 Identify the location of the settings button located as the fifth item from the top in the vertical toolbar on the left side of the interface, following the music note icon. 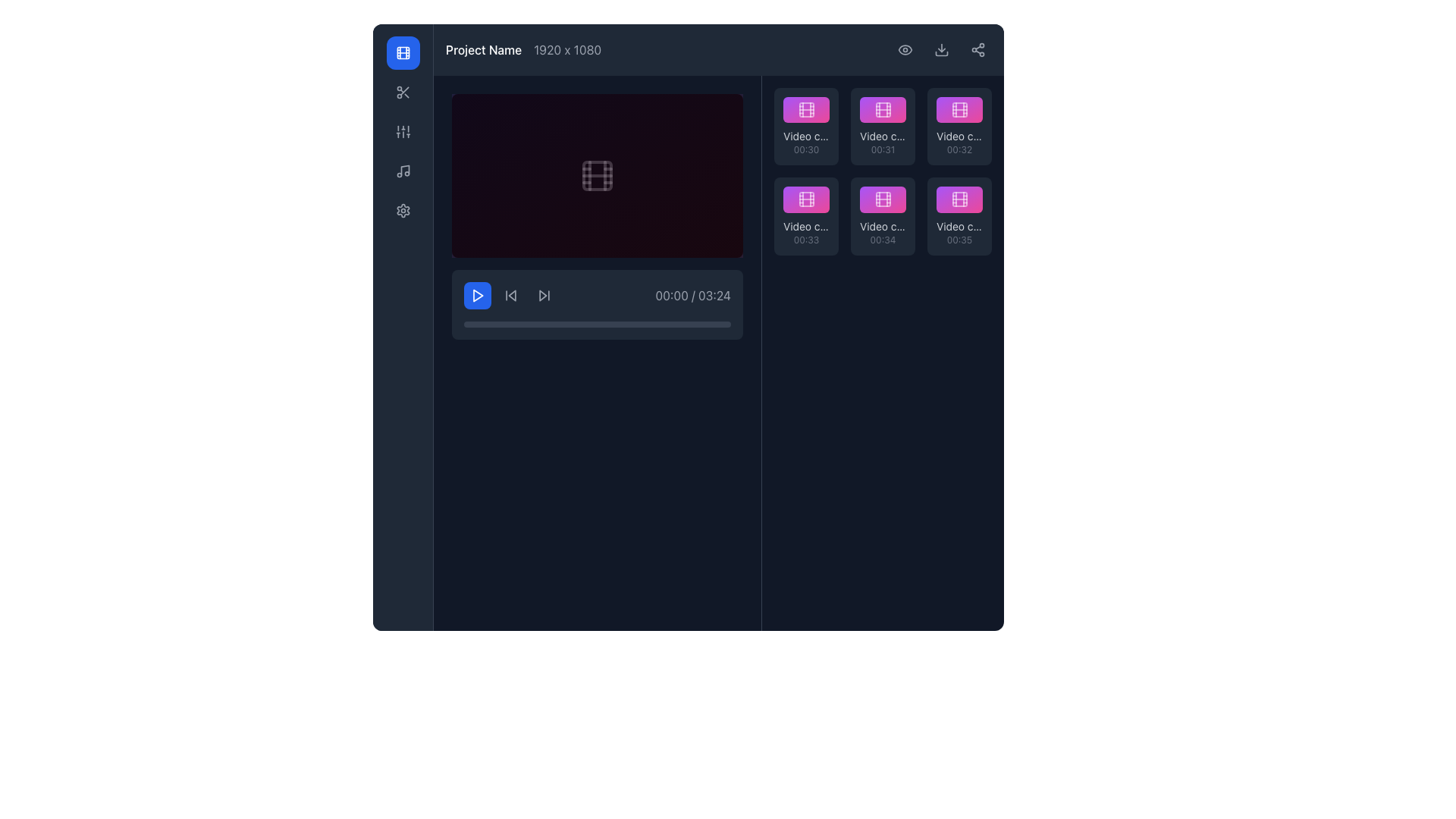
(403, 210).